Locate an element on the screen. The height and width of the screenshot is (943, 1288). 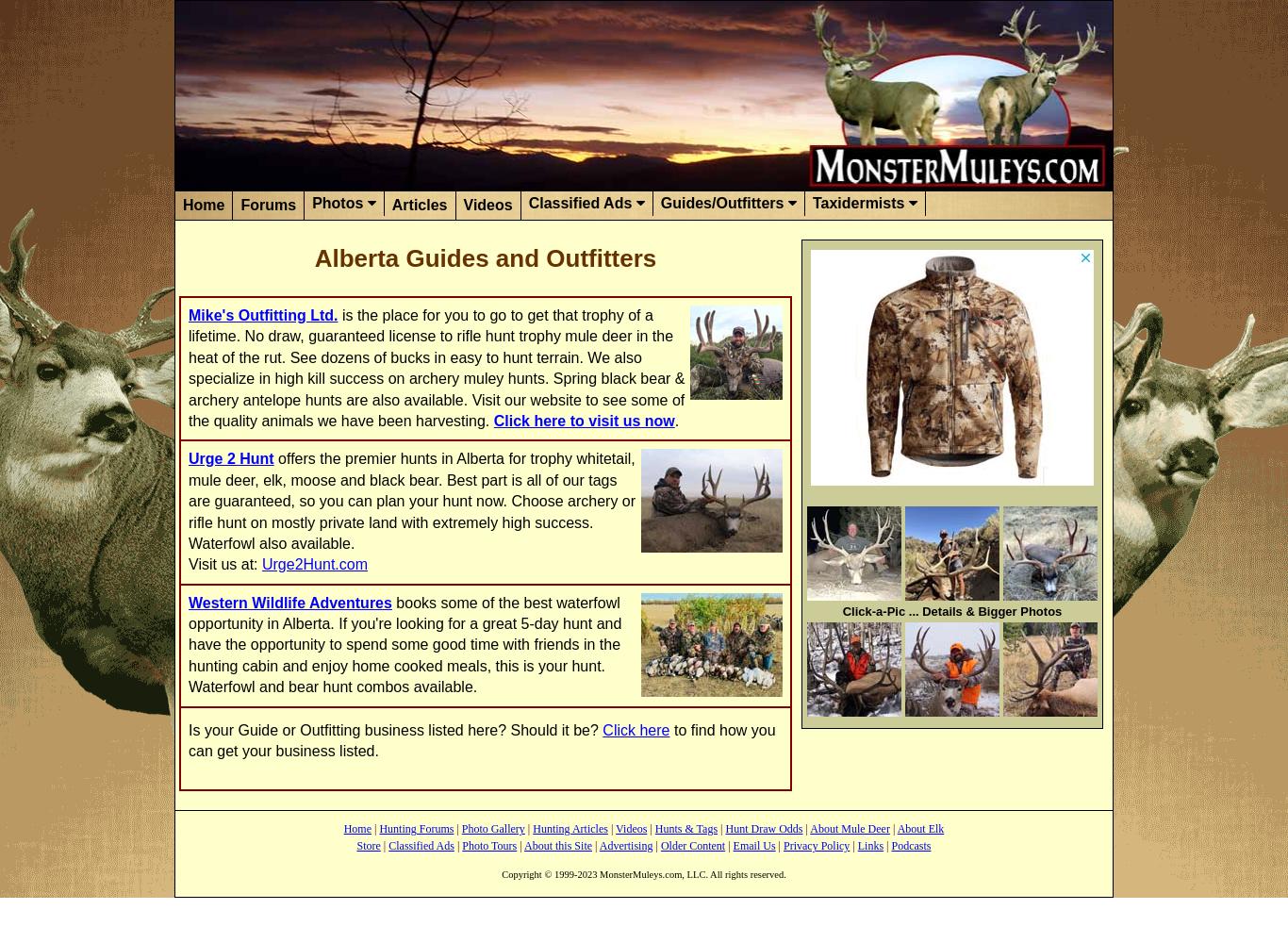
'Hunting Articles' is located at coordinates (569, 829).